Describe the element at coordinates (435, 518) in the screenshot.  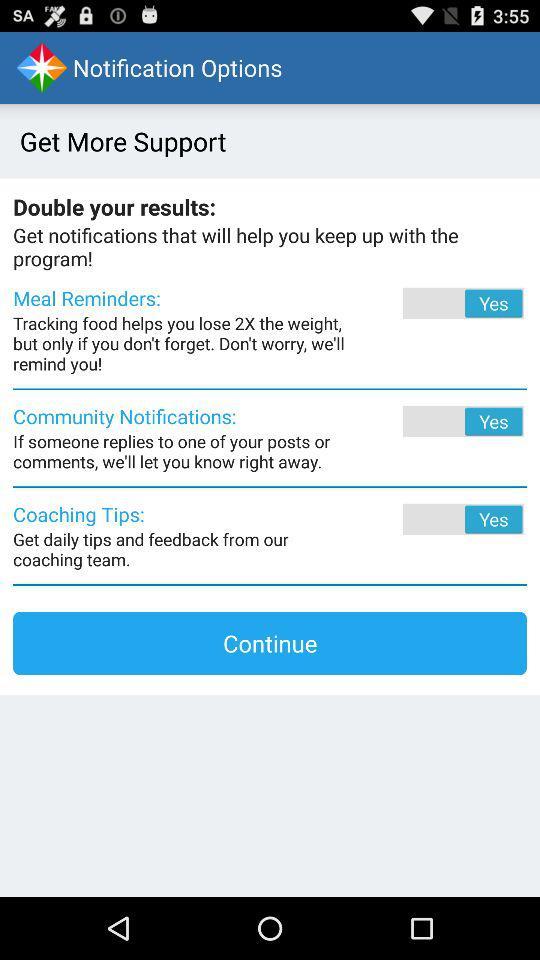
I see `coaching tips toggle` at that location.